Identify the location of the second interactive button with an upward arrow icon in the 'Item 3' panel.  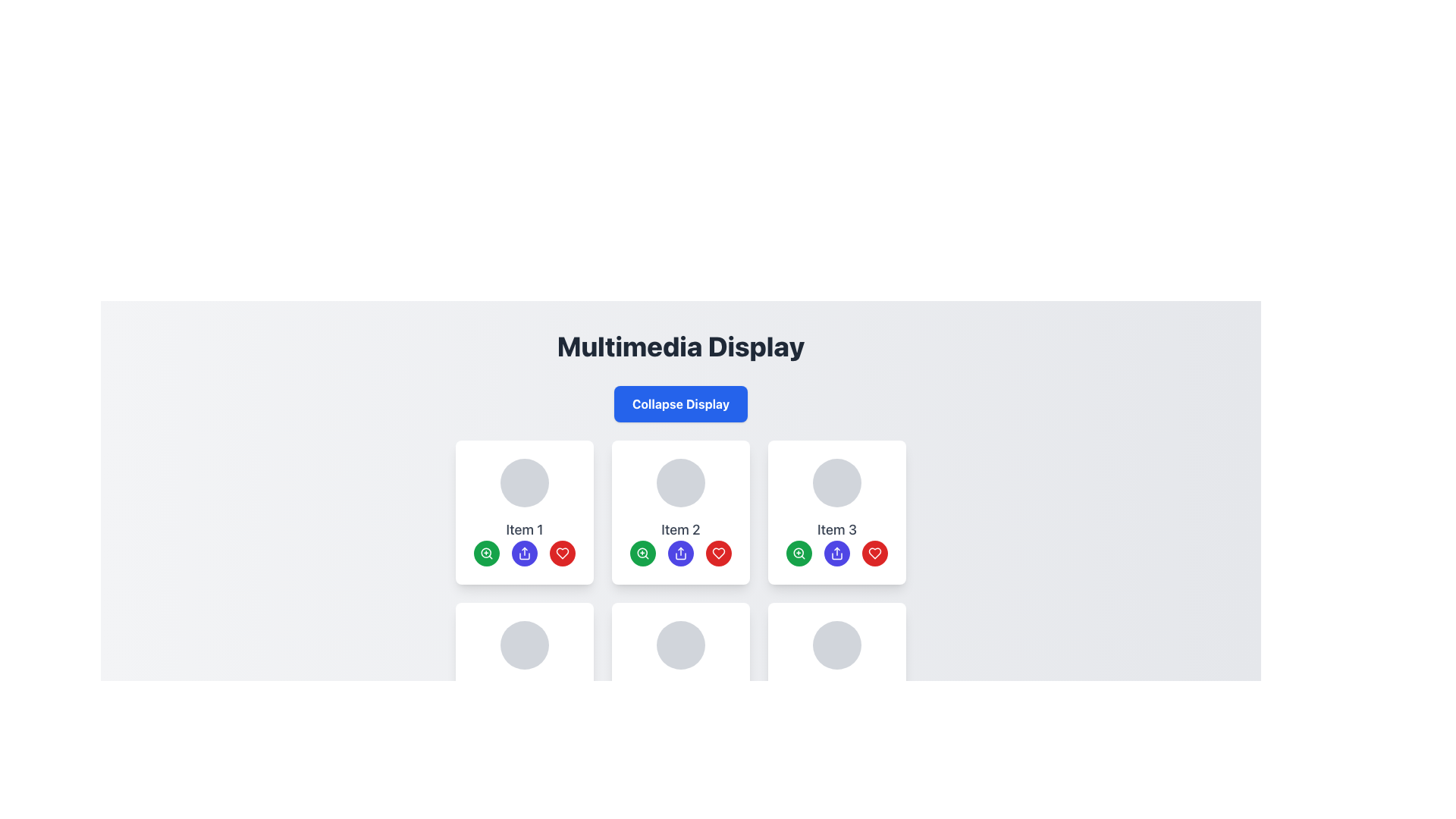
(836, 553).